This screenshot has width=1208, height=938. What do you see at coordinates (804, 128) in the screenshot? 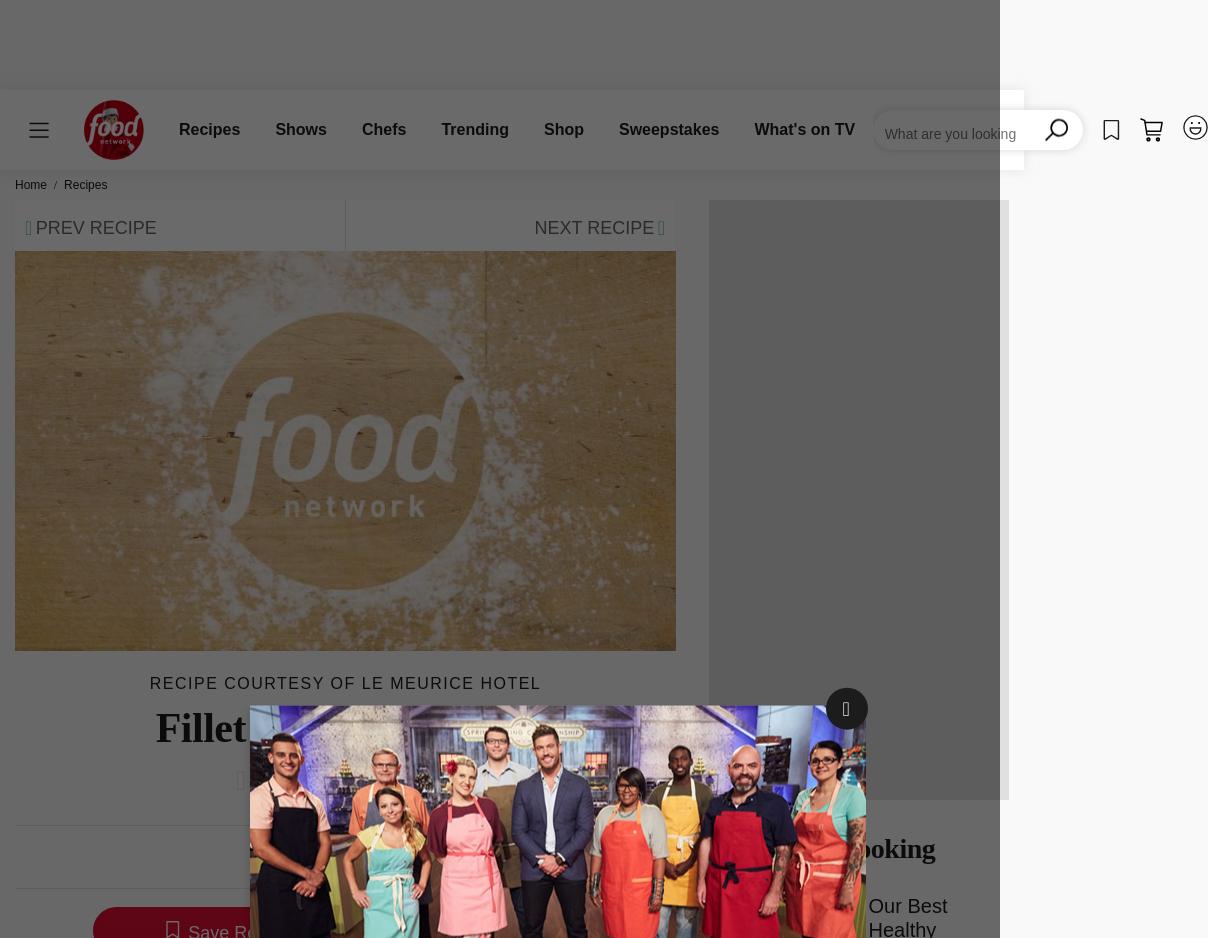
I see `'What's on TV'` at bounding box center [804, 128].